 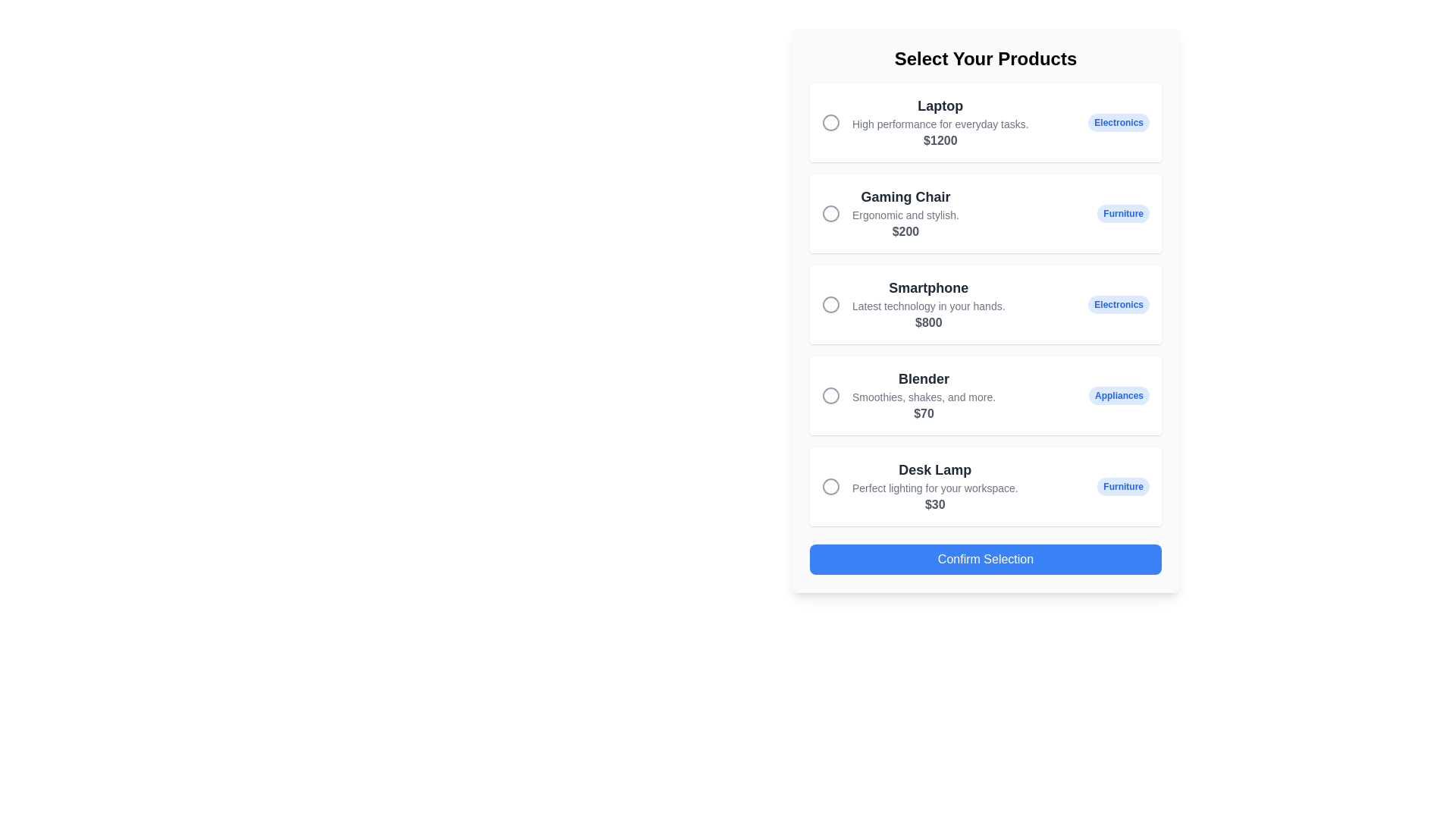 I want to click on the circular icon in the selection list next to 'Laptop High performance for everyday tasks. $1200 Electronics', so click(x=830, y=122).